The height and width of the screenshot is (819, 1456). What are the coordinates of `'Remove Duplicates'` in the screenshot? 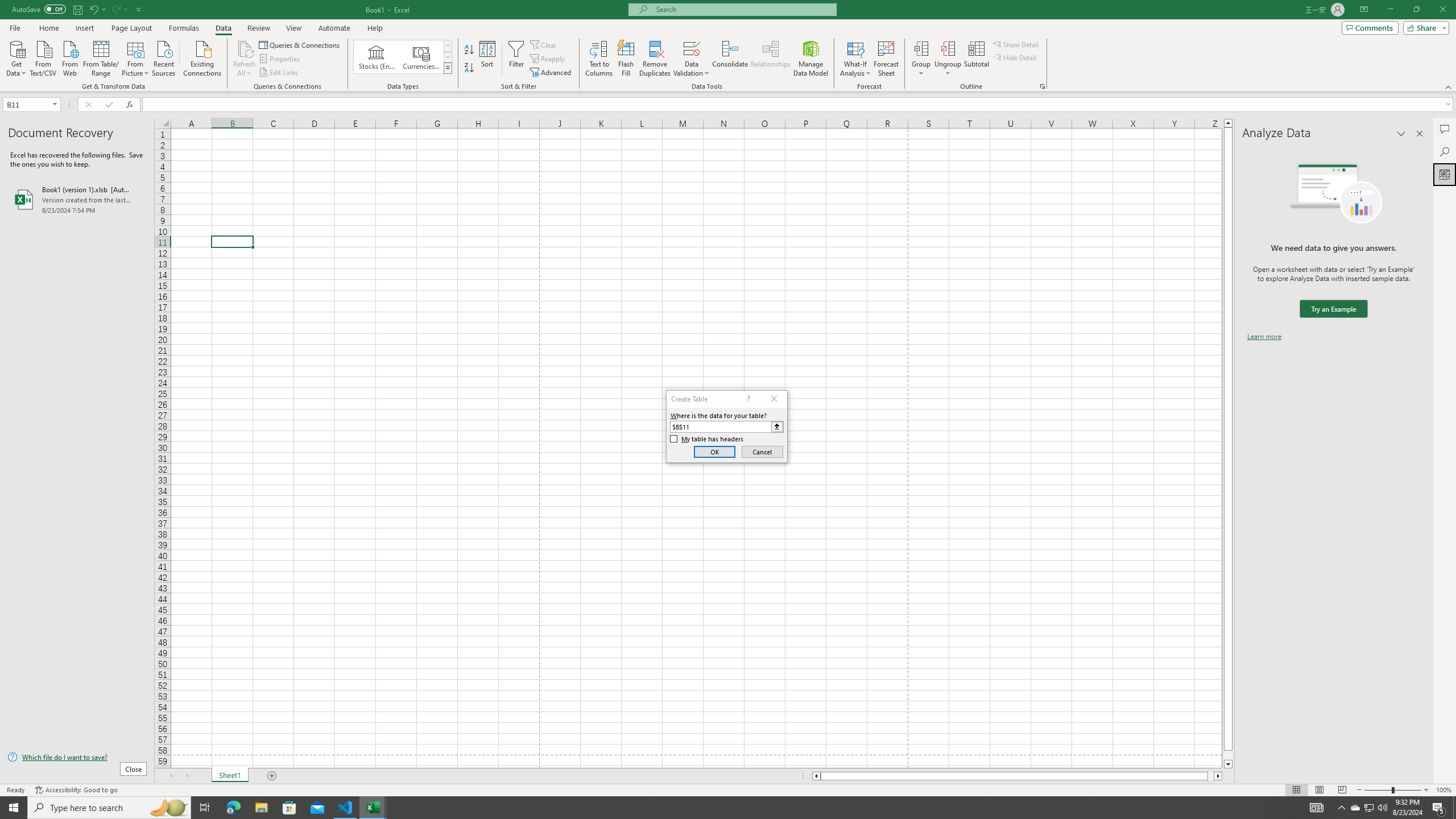 It's located at (655, 59).